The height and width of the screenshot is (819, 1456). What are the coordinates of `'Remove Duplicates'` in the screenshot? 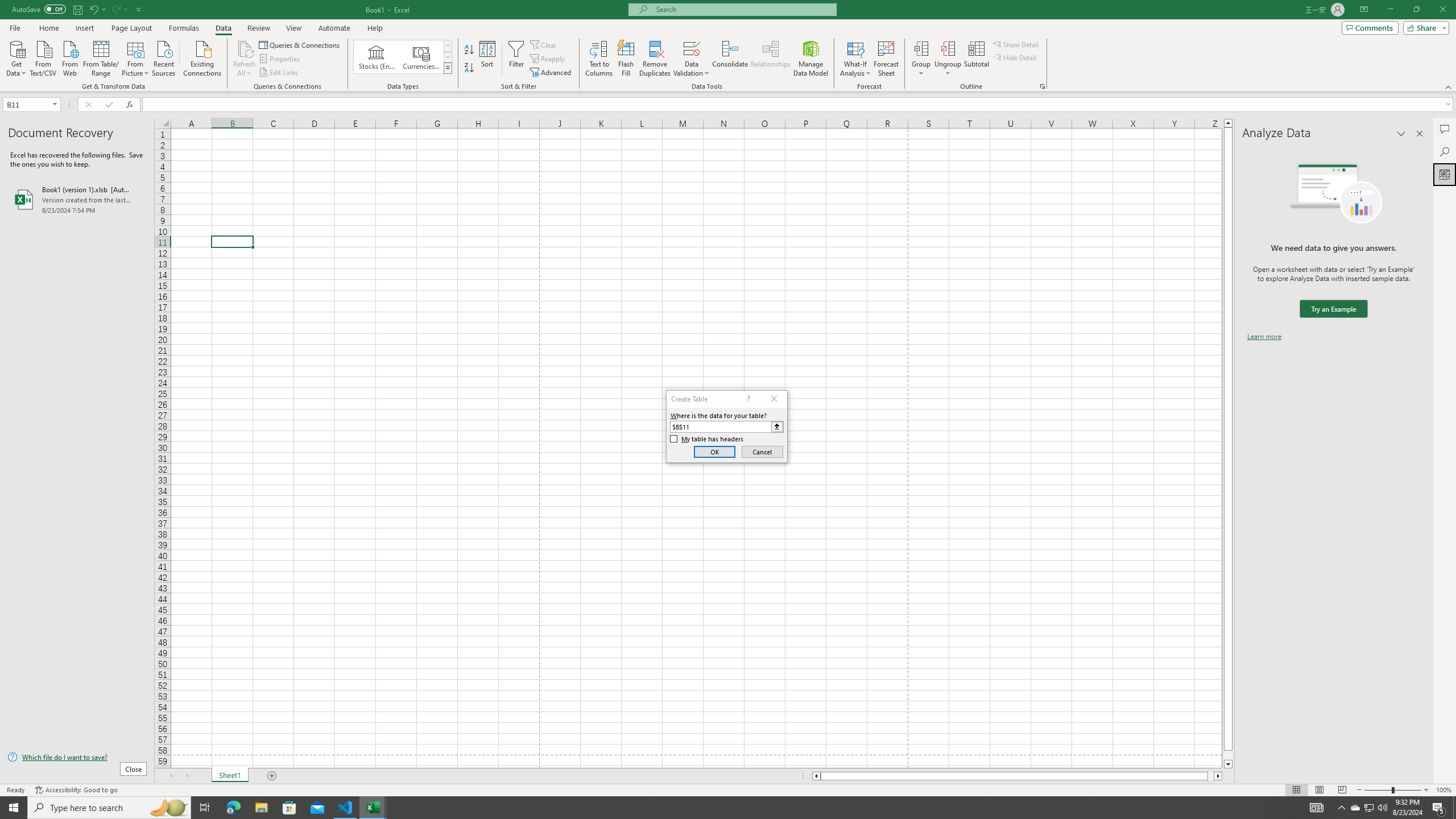 It's located at (655, 59).